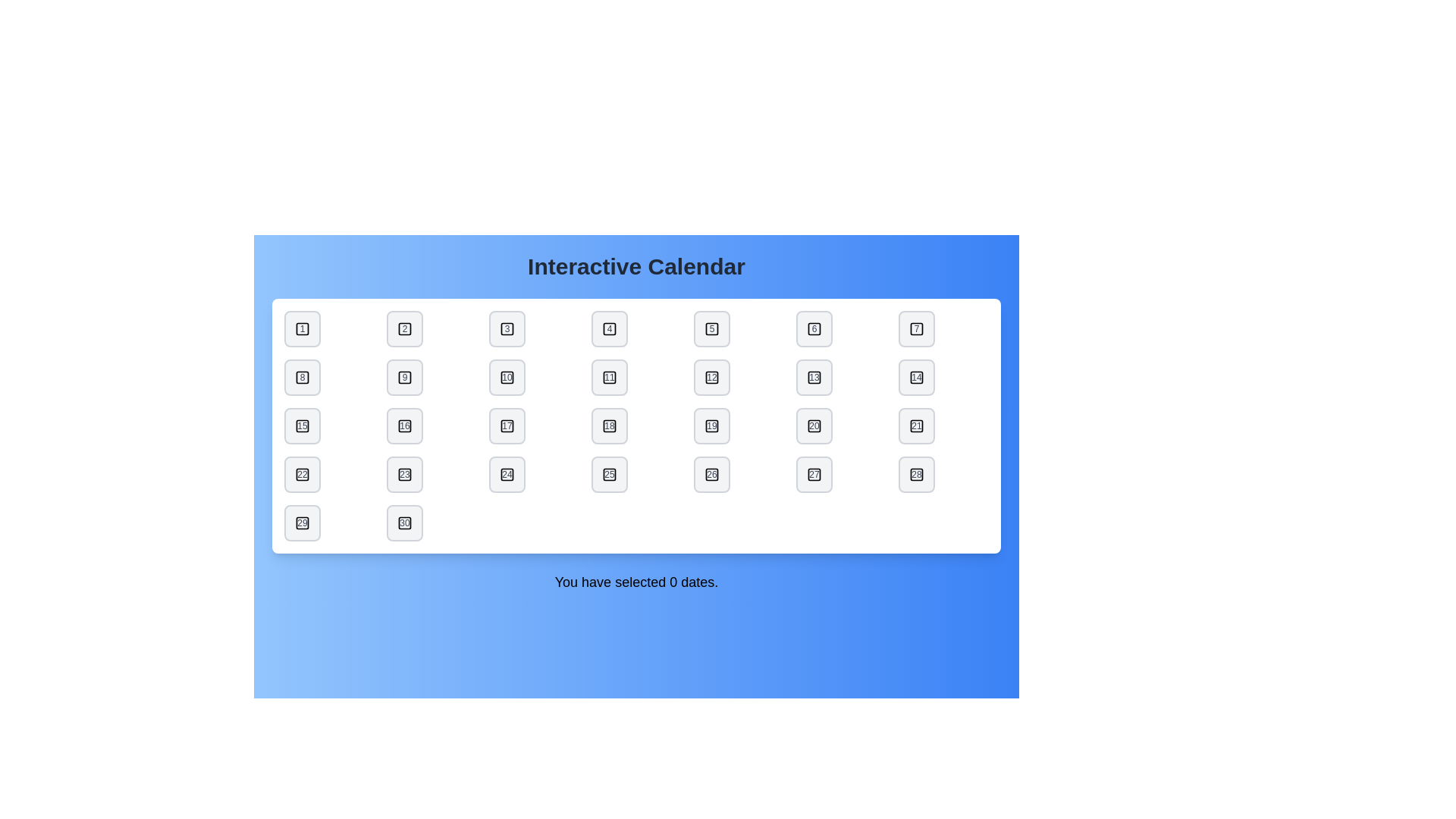  What do you see at coordinates (302, 522) in the screenshot?
I see `the date button labeled 29 to toggle its selection state` at bounding box center [302, 522].